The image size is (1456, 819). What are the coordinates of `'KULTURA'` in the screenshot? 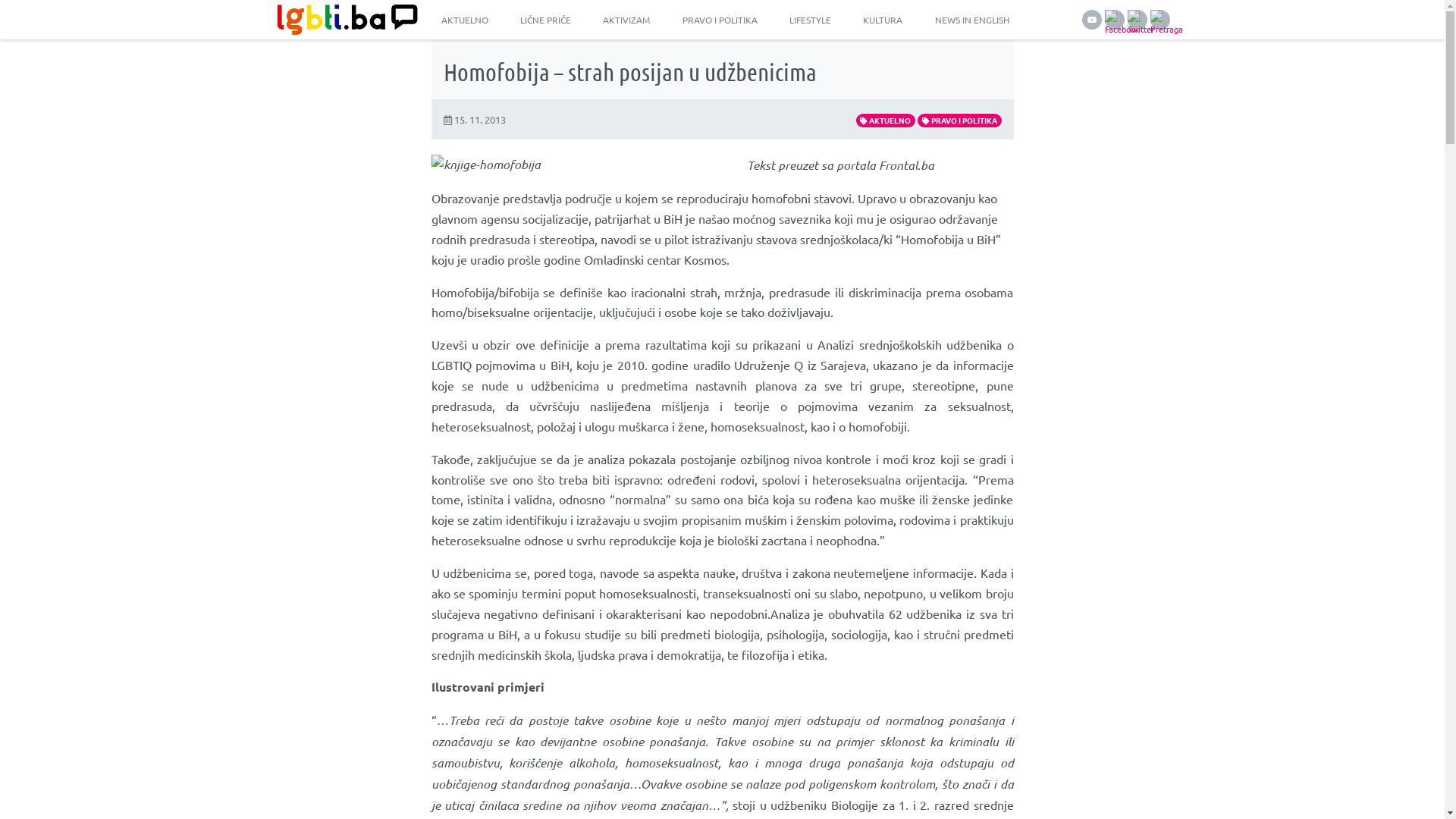 It's located at (882, 20).